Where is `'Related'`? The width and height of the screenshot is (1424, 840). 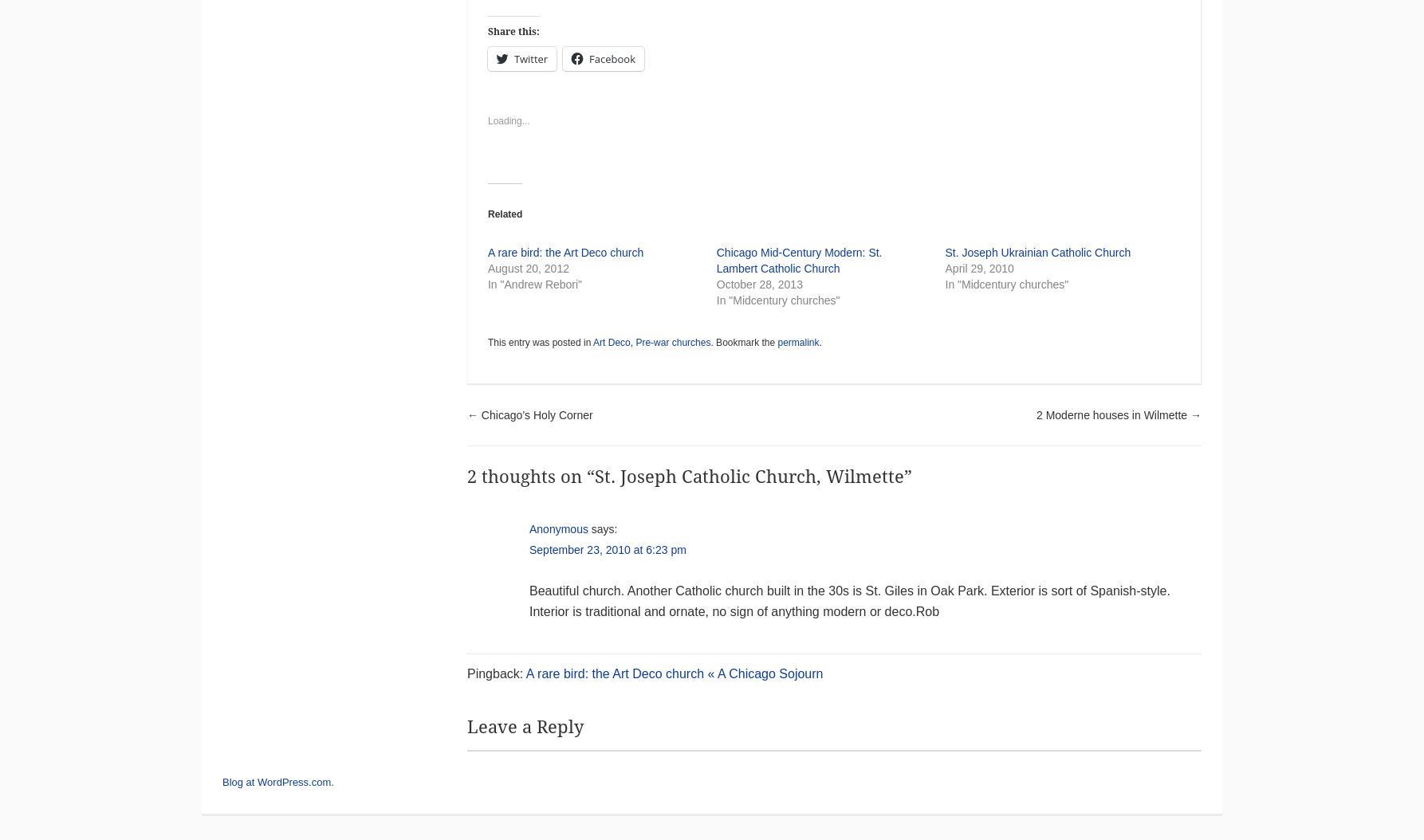
'Related' is located at coordinates (486, 213).